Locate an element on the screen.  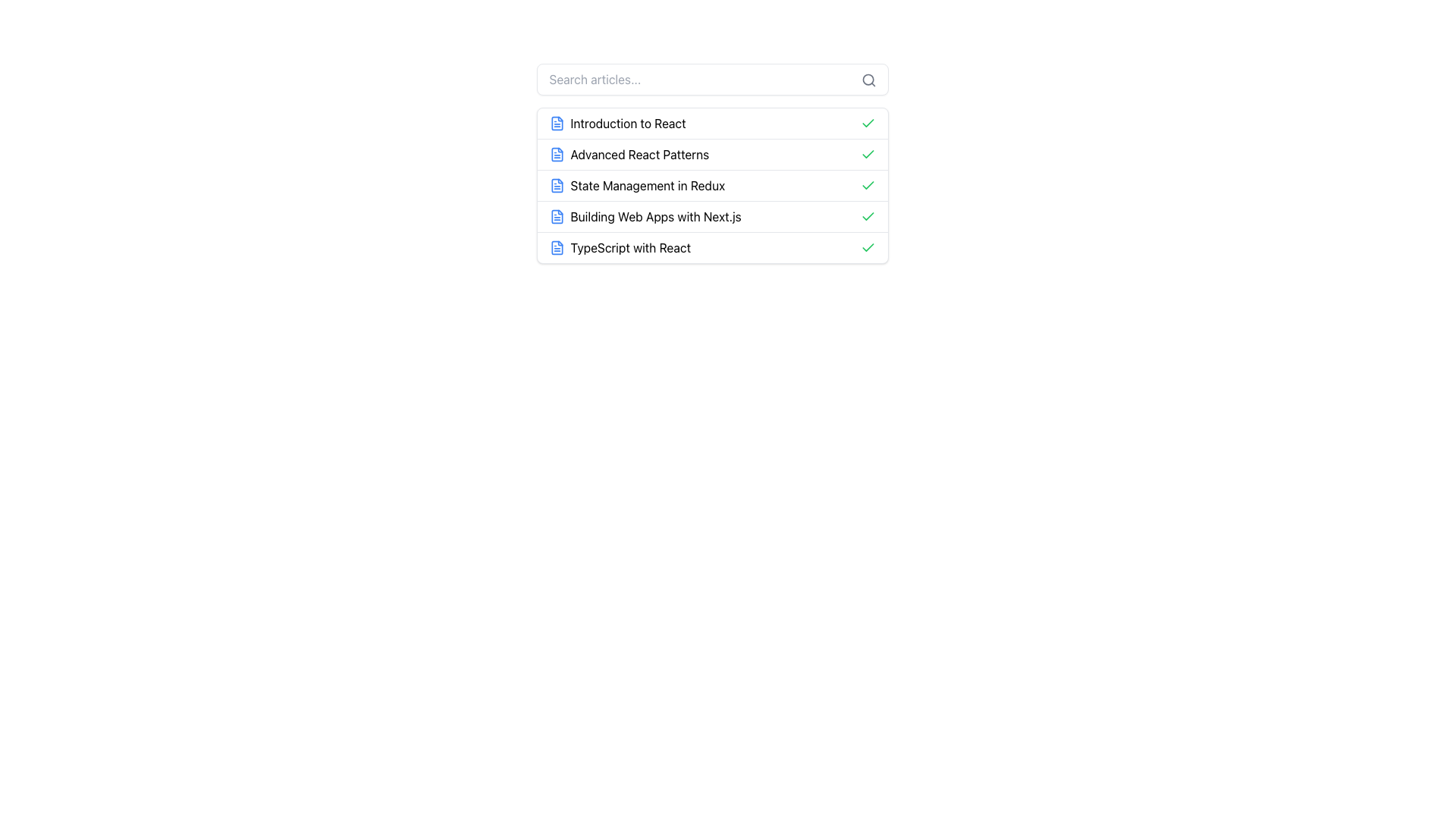
the green checkmark SVG icon next to the text 'Building Web Apps with Next.js' for options is located at coordinates (868, 184).